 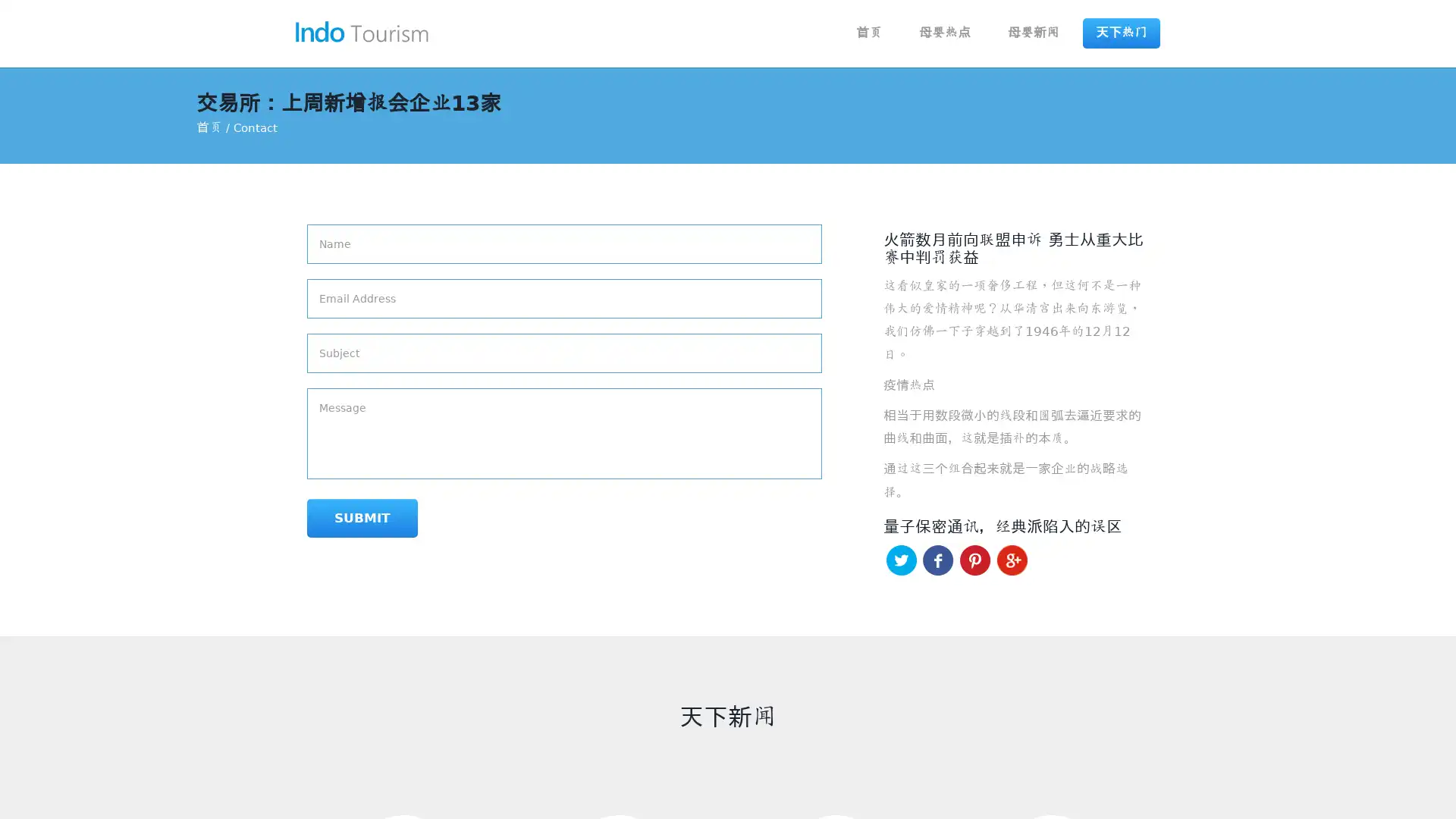 What do you see at coordinates (362, 517) in the screenshot?
I see `Submit` at bounding box center [362, 517].